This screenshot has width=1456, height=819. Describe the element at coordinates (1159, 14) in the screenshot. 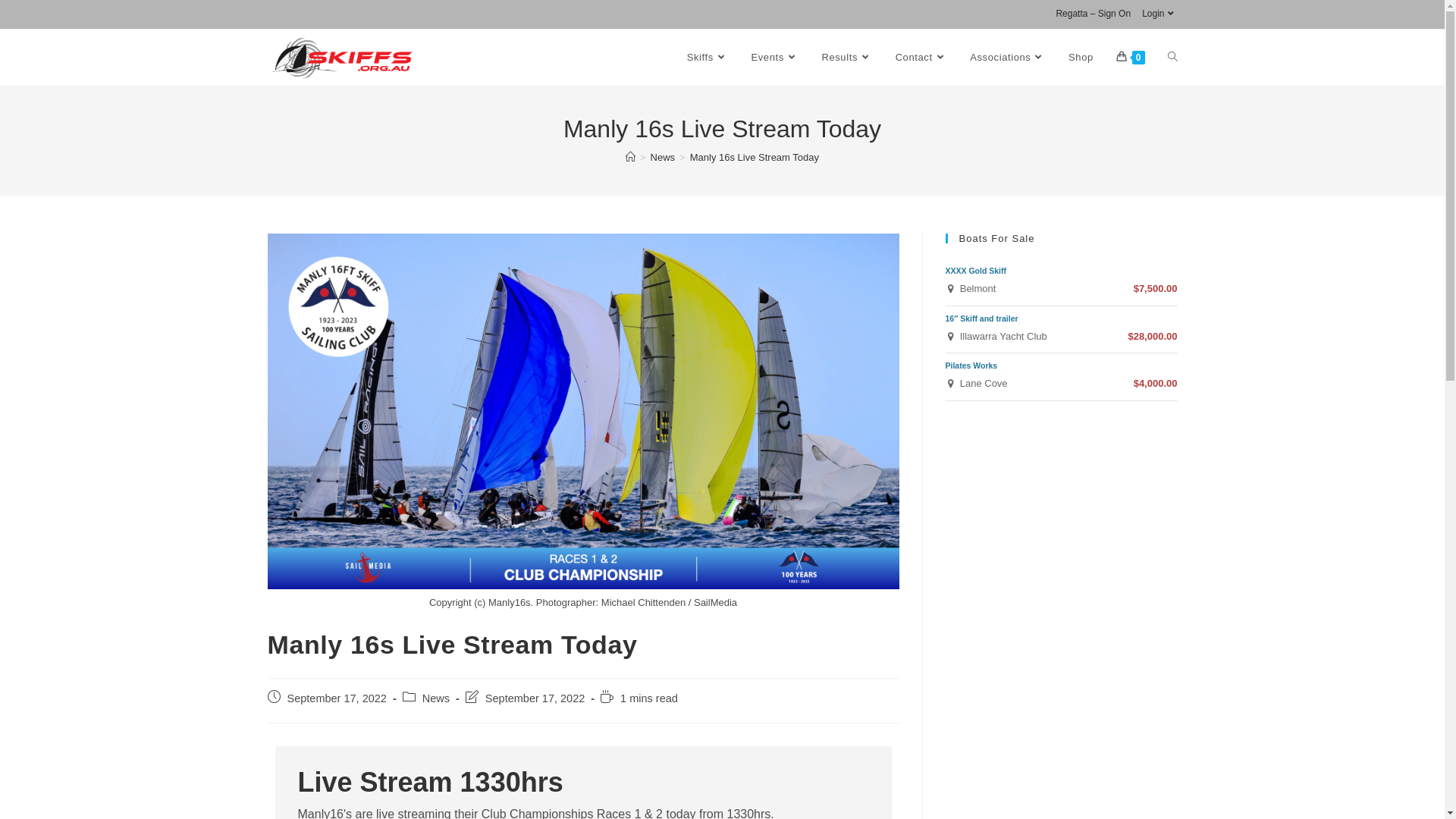

I see `'Login'` at that location.